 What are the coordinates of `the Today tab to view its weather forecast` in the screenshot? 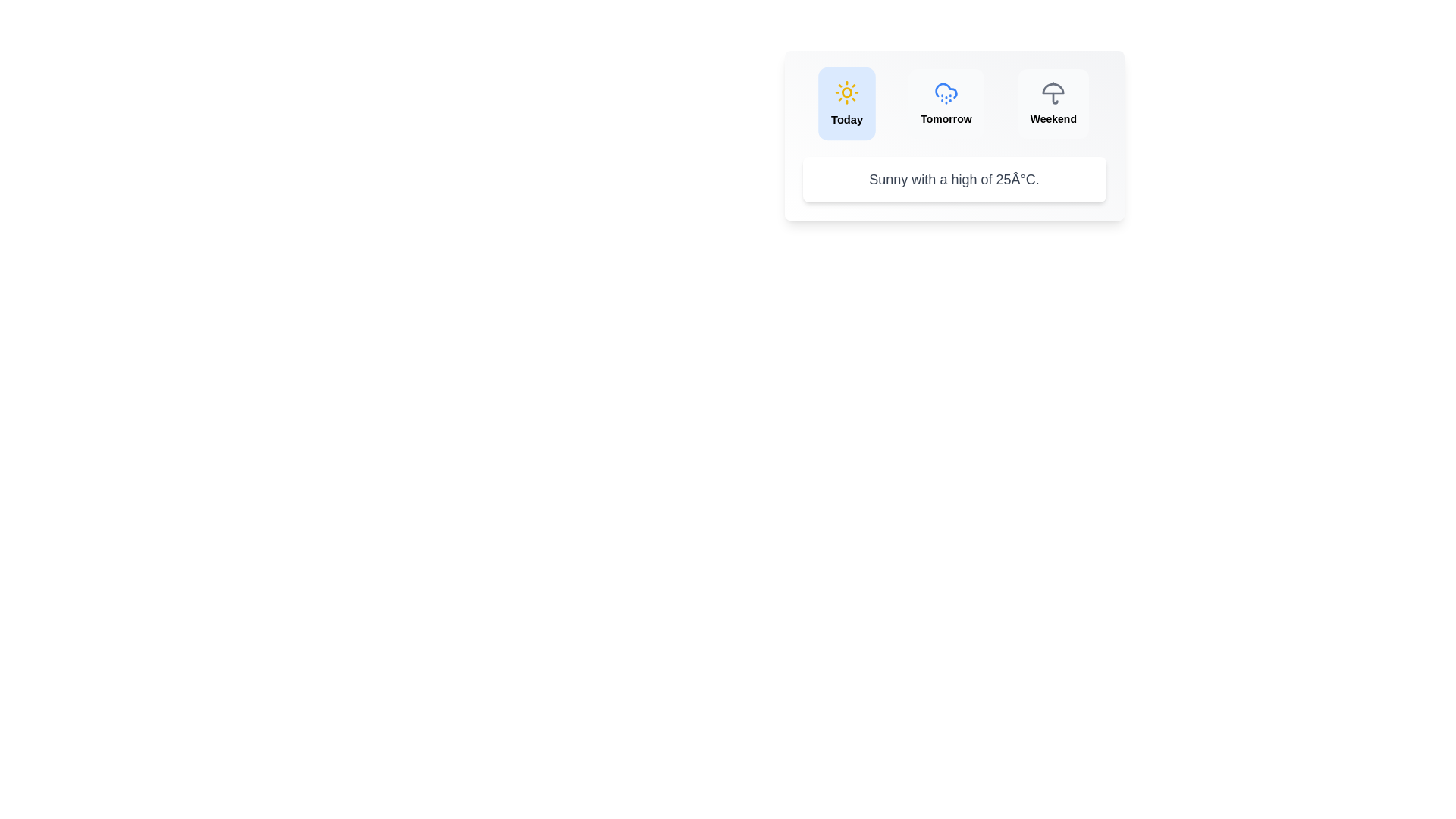 It's located at (846, 103).